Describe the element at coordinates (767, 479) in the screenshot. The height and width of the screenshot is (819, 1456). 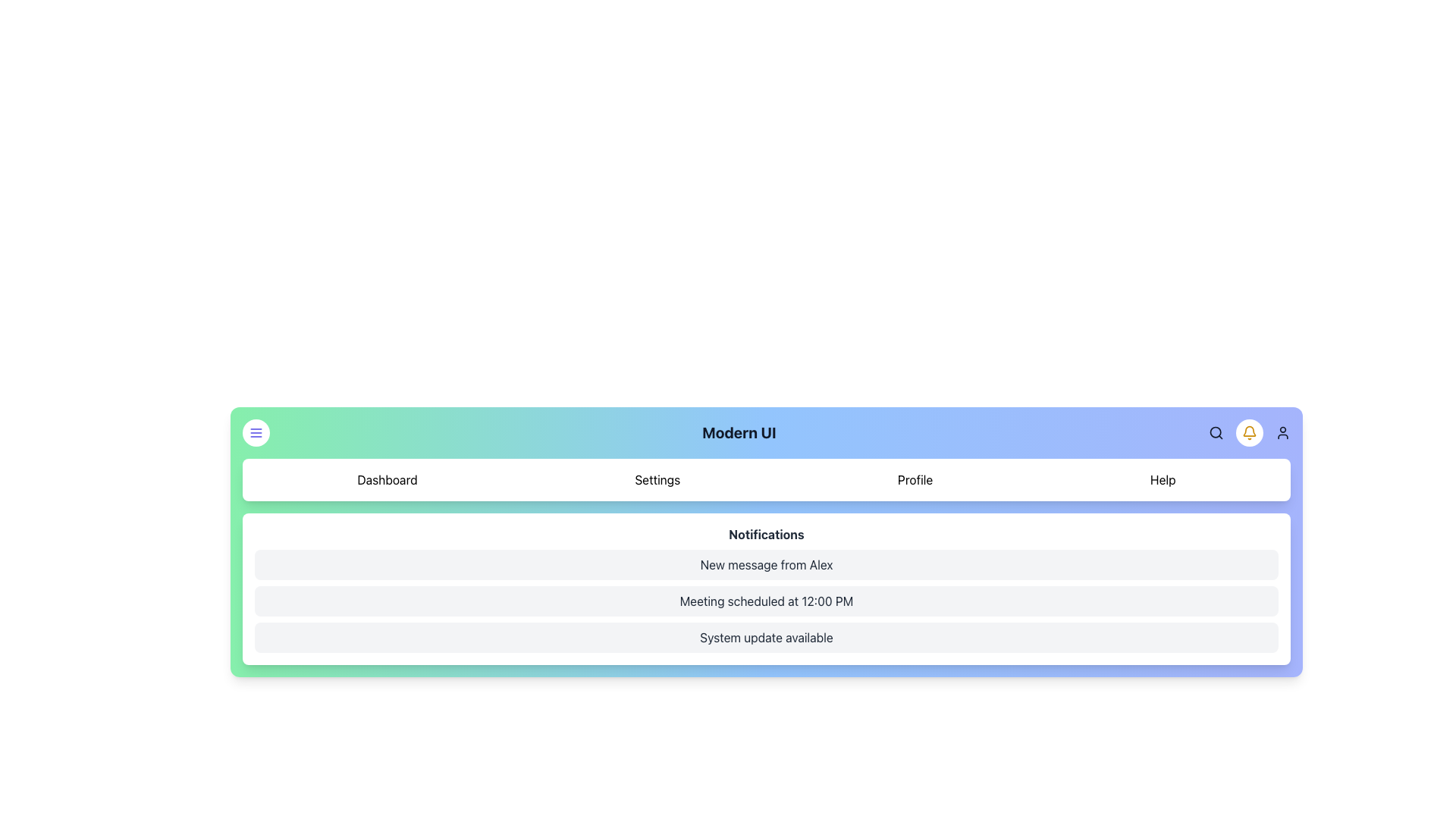
I see `the Horizontal Navigation Bar located just below the title 'Modern UI'` at that location.